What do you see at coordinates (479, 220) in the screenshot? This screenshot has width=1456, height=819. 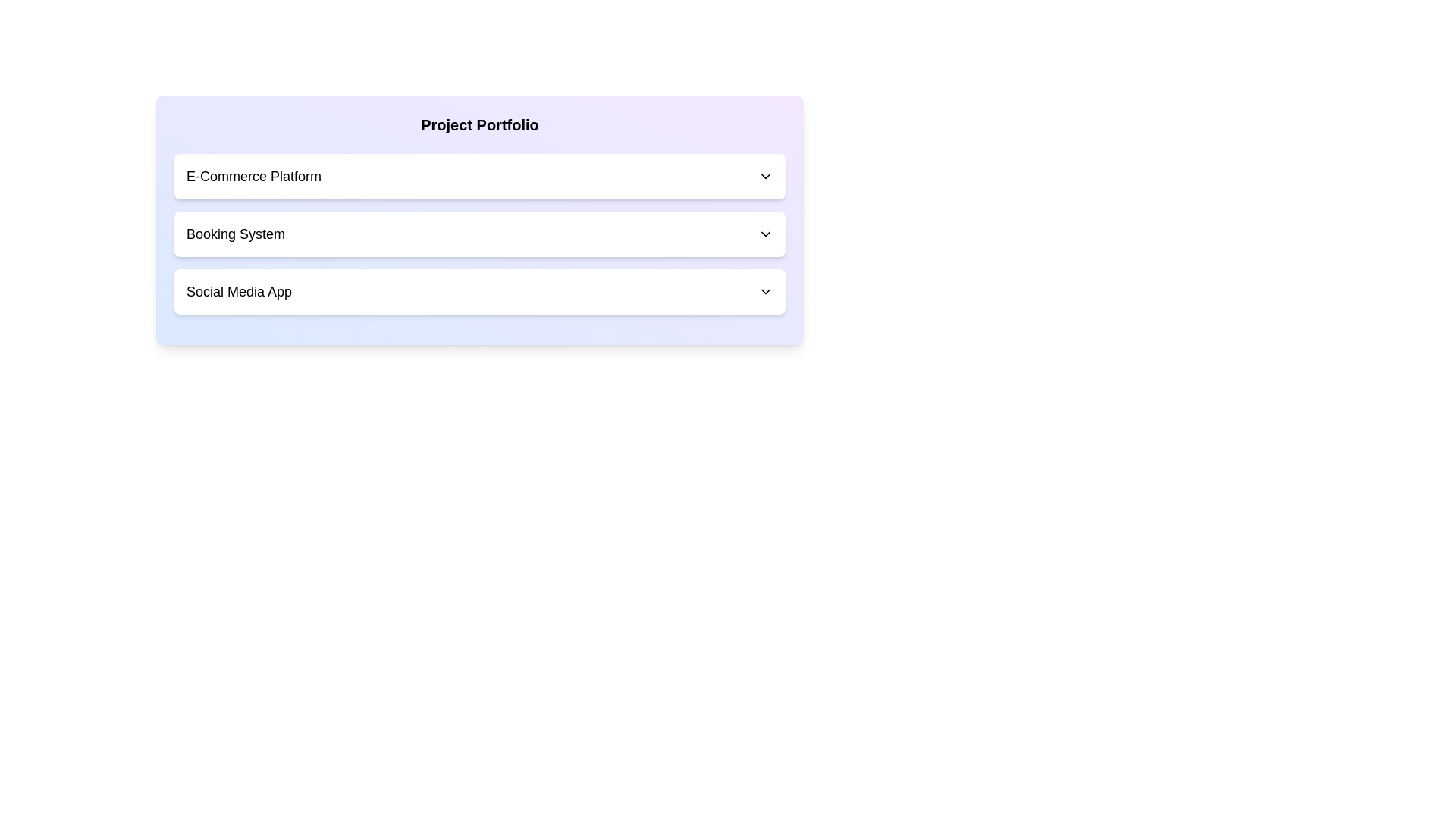 I see `an option within the dropdown of the 'Project Portfolio' menu, which contains three dropdowns labeled 'E-Commerce Platform', 'Booking System', and 'Social Media App'` at bounding box center [479, 220].